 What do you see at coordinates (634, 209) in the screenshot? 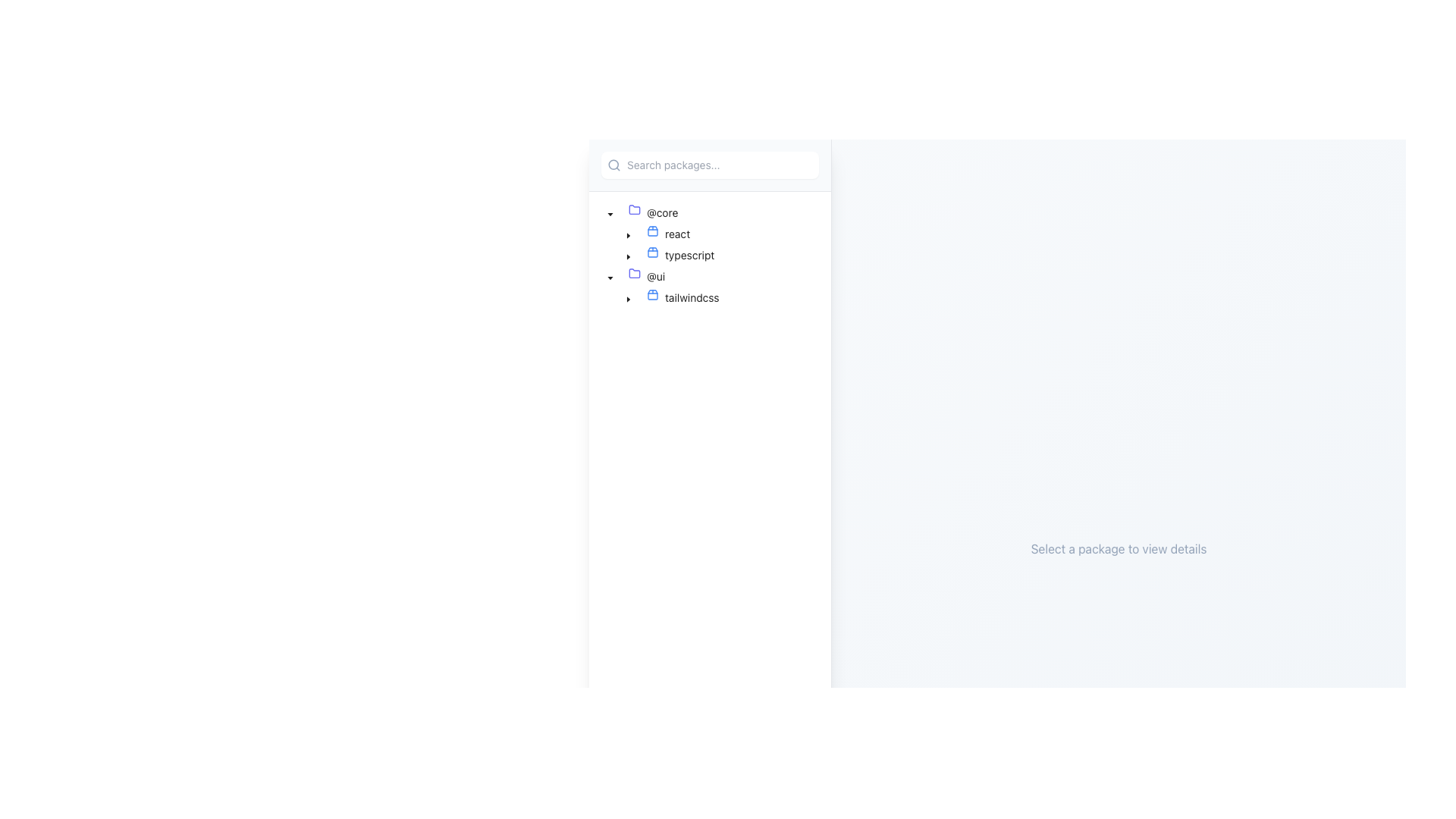
I see `the folder icon representing the '@core' package in the nested list structure, located on the left-hand side of the interface` at bounding box center [634, 209].